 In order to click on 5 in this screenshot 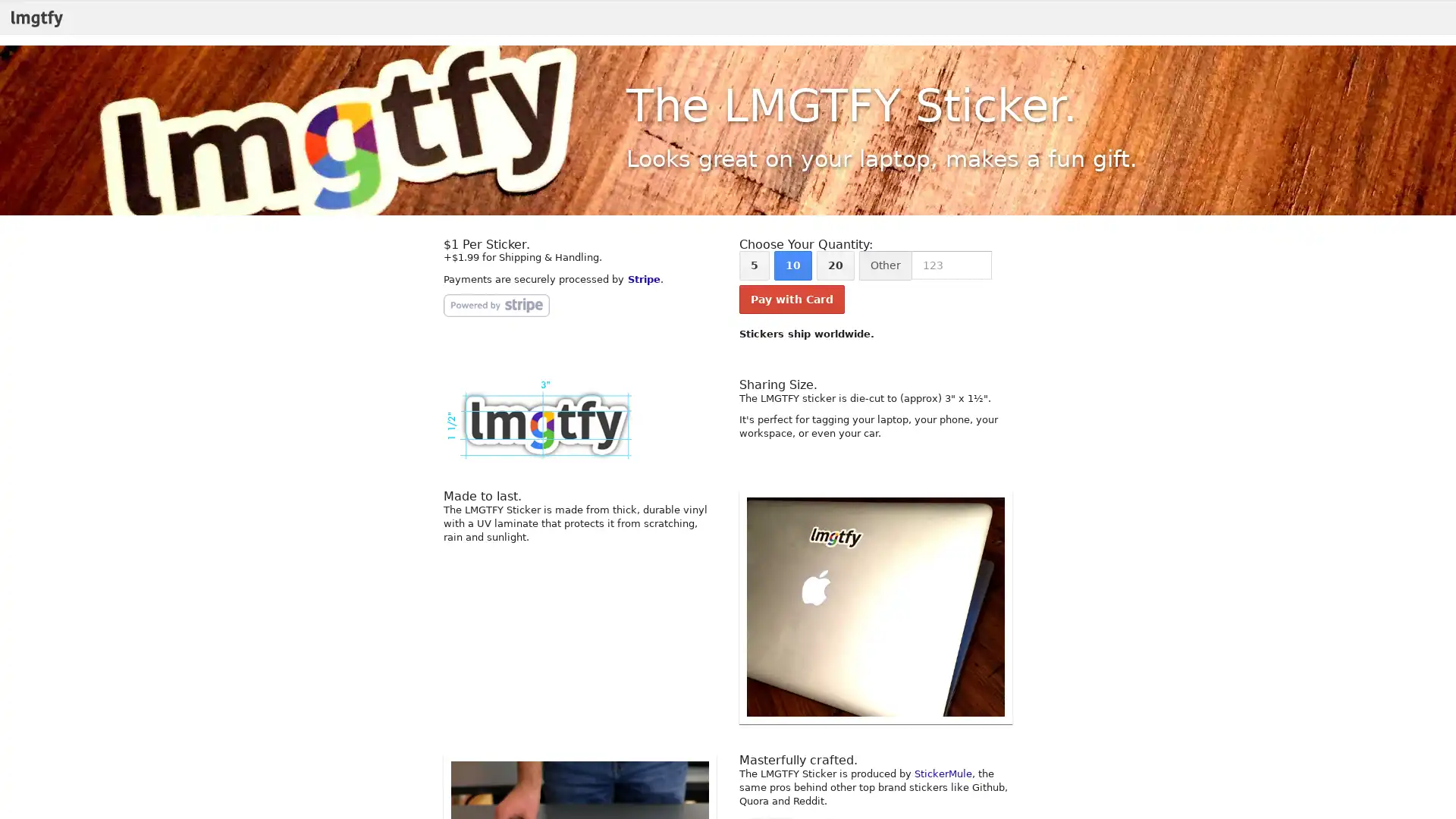, I will do `click(754, 265)`.